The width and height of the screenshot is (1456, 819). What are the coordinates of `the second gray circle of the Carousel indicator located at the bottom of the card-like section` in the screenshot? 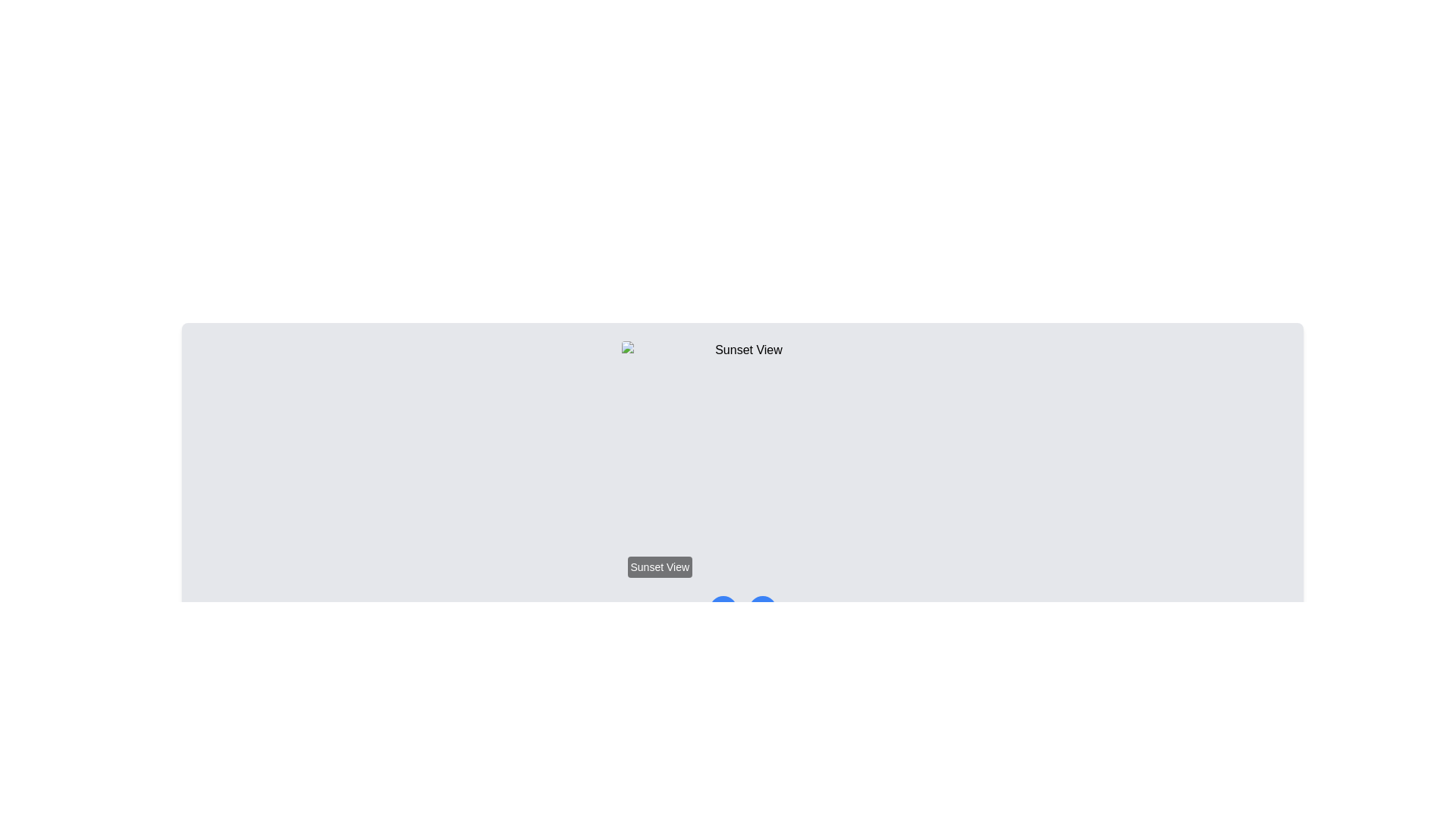 It's located at (742, 640).